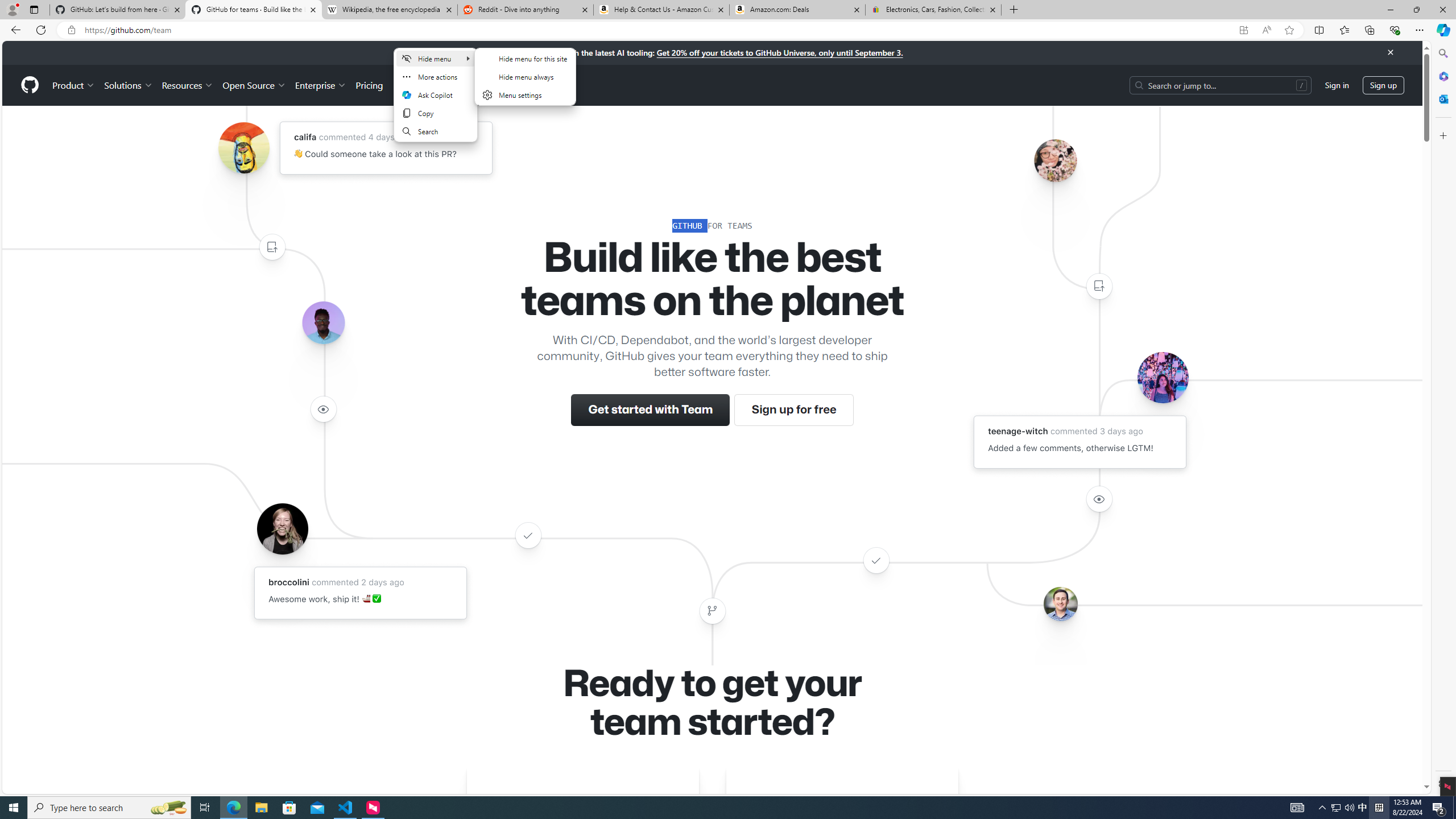  What do you see at coordinates (651, 409) in the screenshot?
I see `'Get started with Team'` at bounding box center [651, 409].